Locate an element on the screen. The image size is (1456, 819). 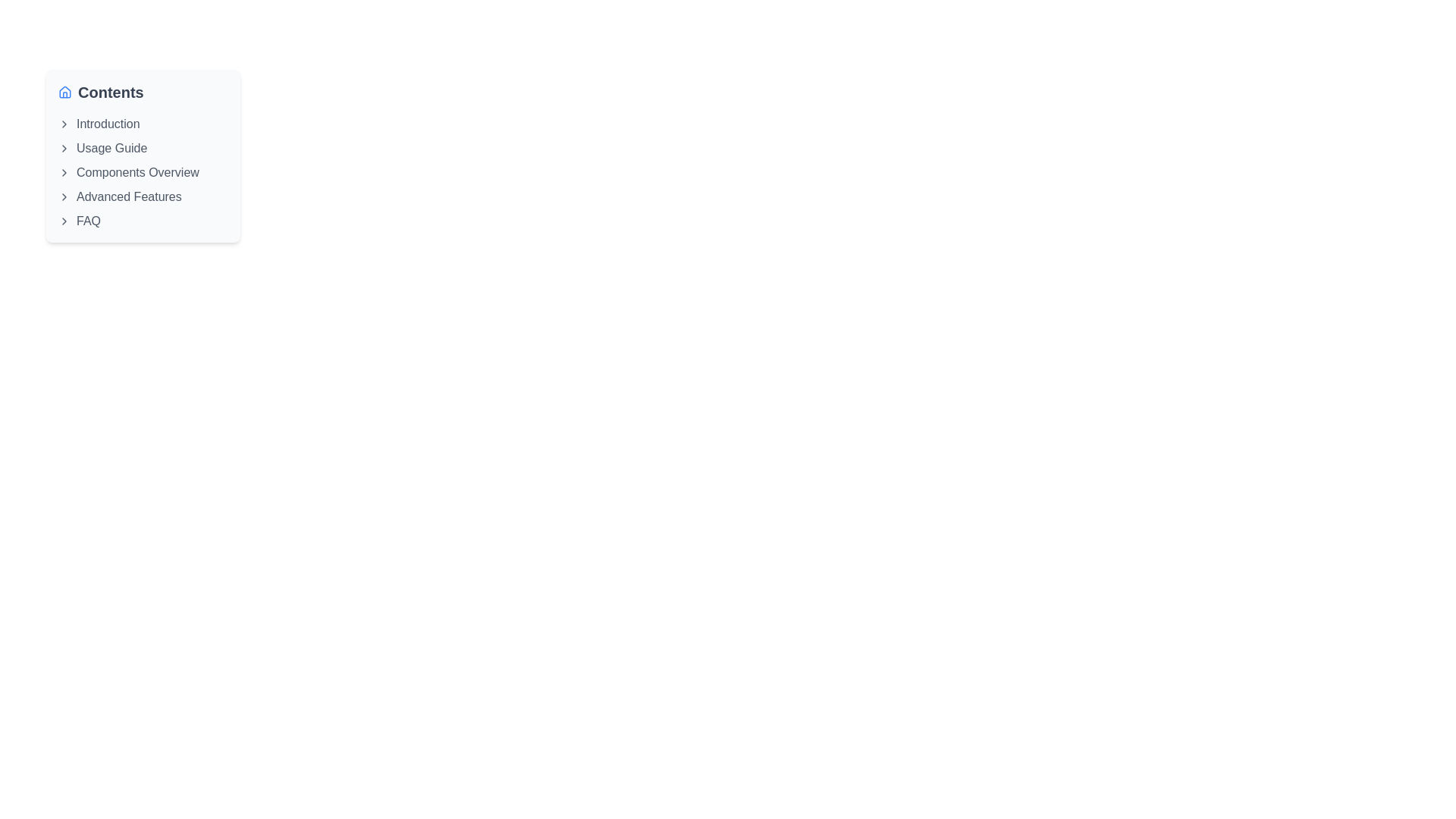
the Navigation Link or Section Header located in the 'Contents' sidebar to change its text color is located at coordinates (143, 196).